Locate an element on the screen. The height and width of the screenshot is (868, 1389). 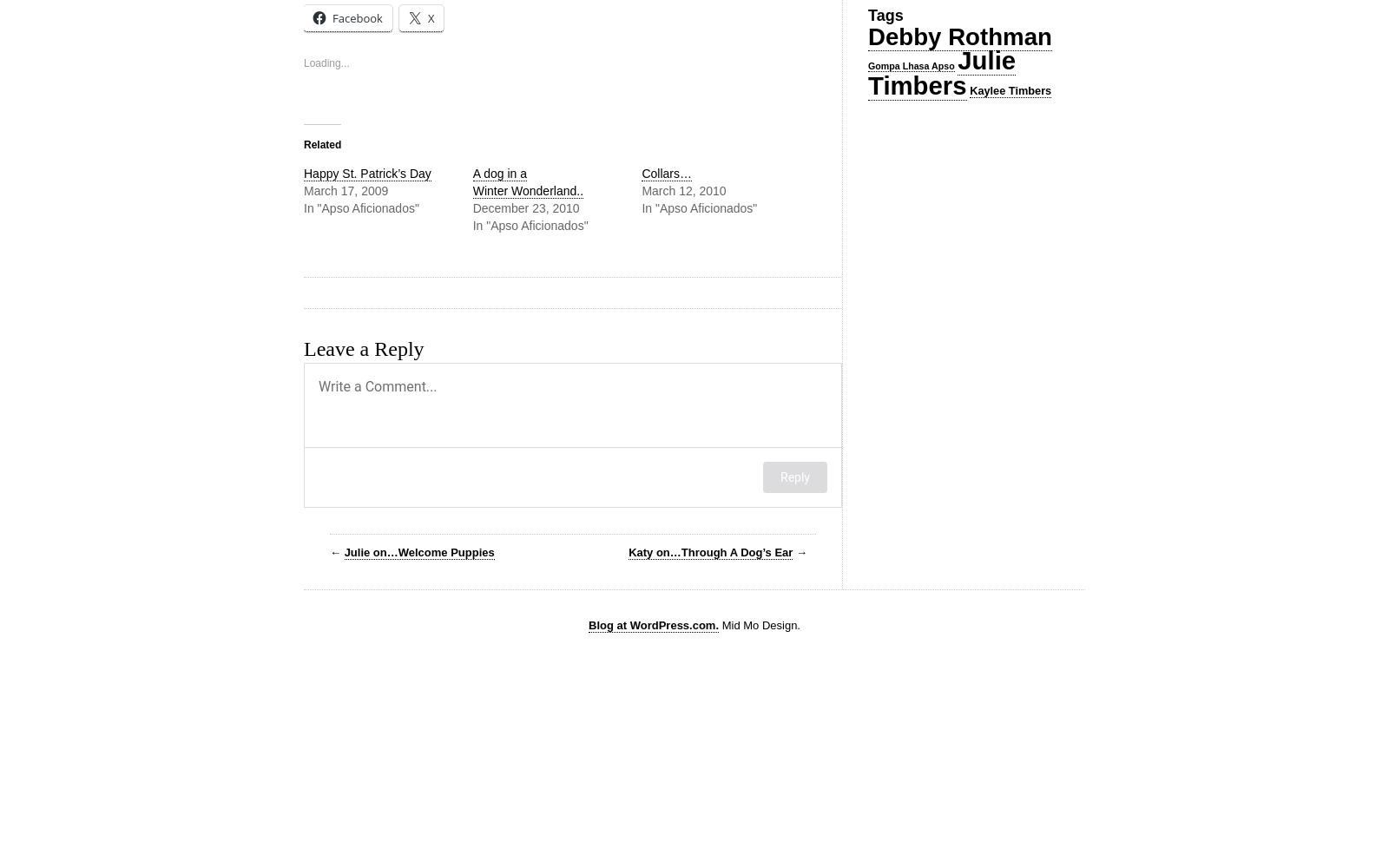
'Mid Mo Design.' is located at coordinates (717, 623).